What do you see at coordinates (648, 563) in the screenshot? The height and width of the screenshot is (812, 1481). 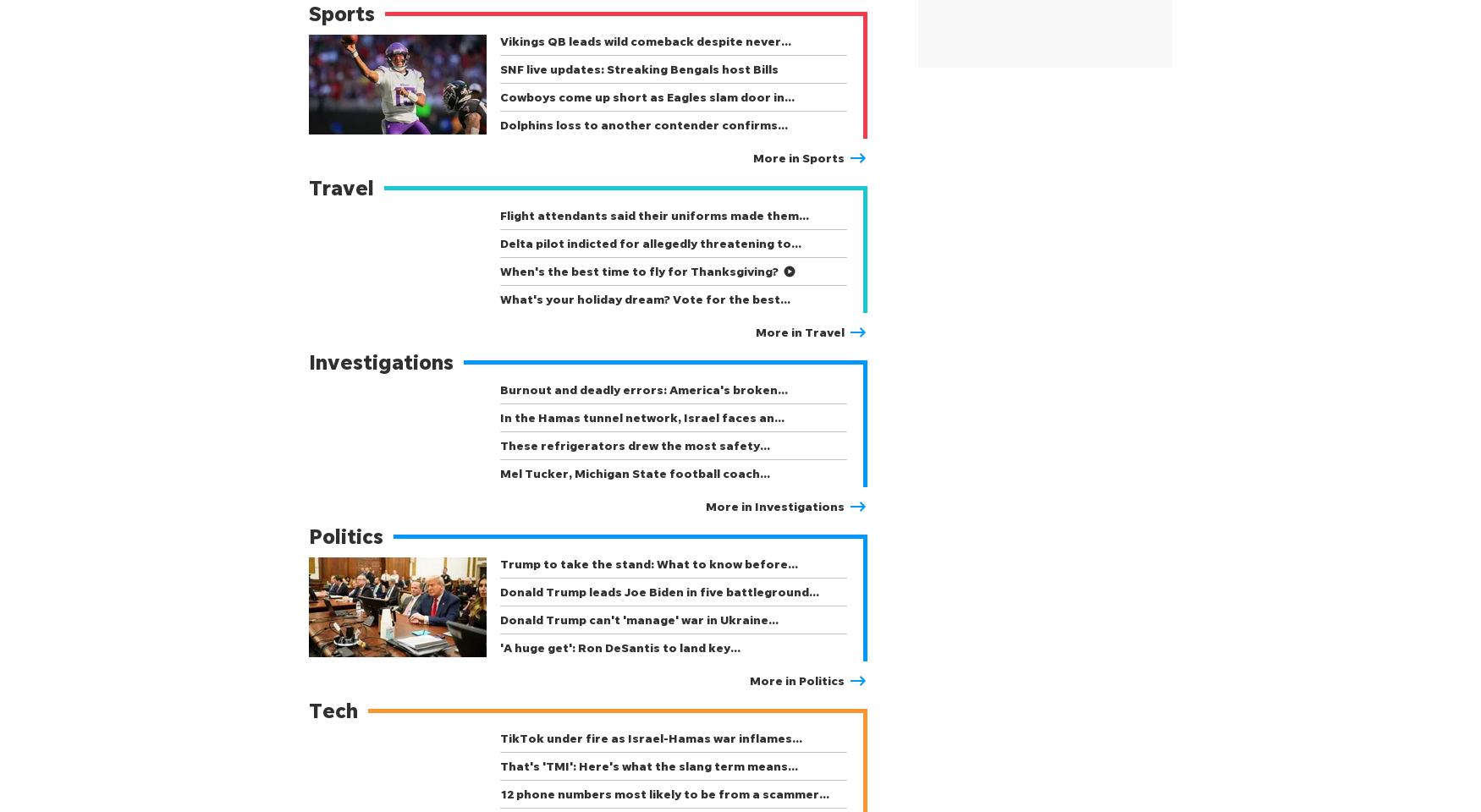 I see `'Trump to take the stand: What to know before…'` at bounding box center [648, 563].